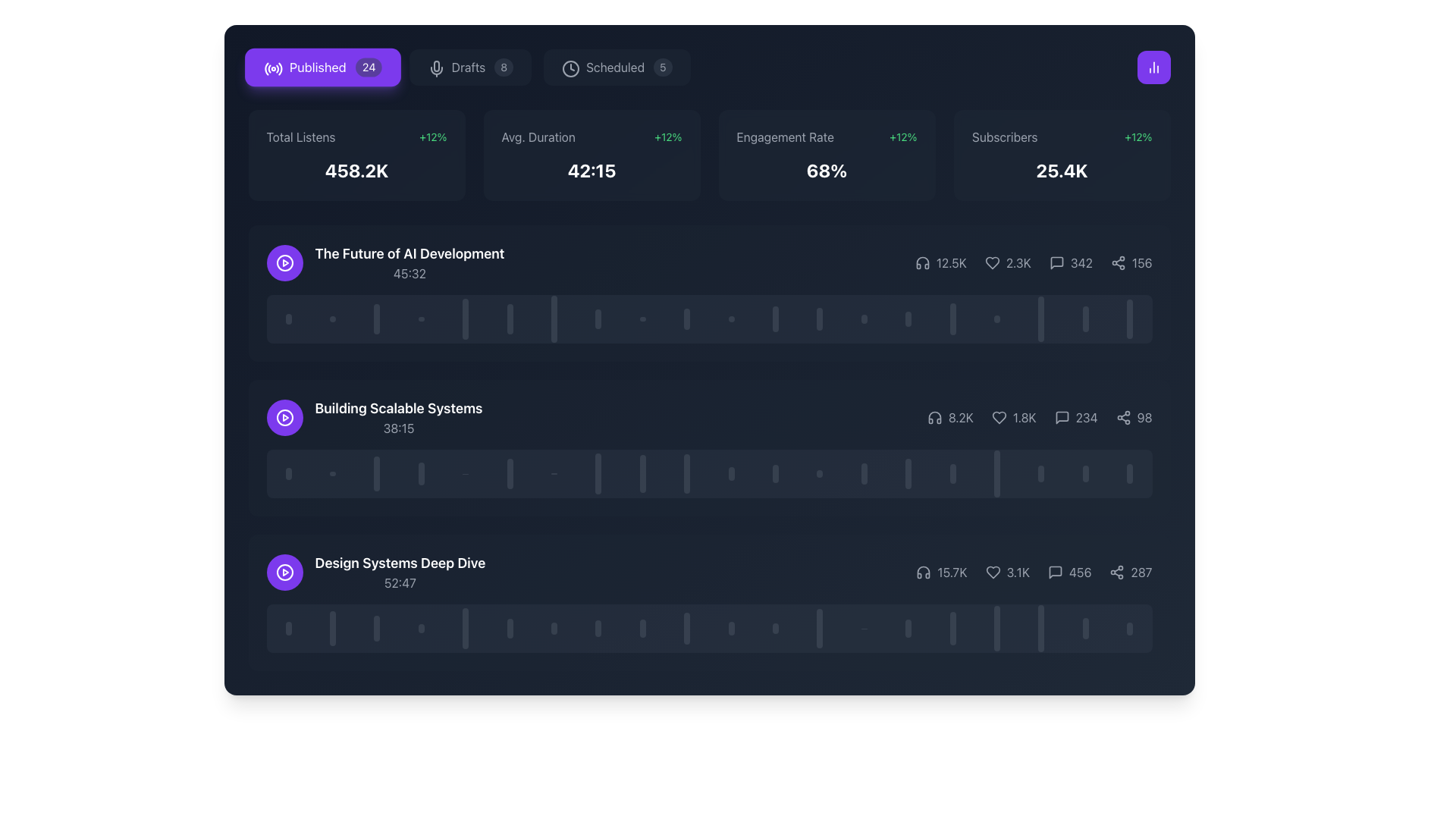 This screenshot has width=1456, height=819. I want to click on the fourth vertical bar in the 'Building Scalable Systems' section of the data visualization, which is a non-interactive graphical representation element, so click(421, 472).